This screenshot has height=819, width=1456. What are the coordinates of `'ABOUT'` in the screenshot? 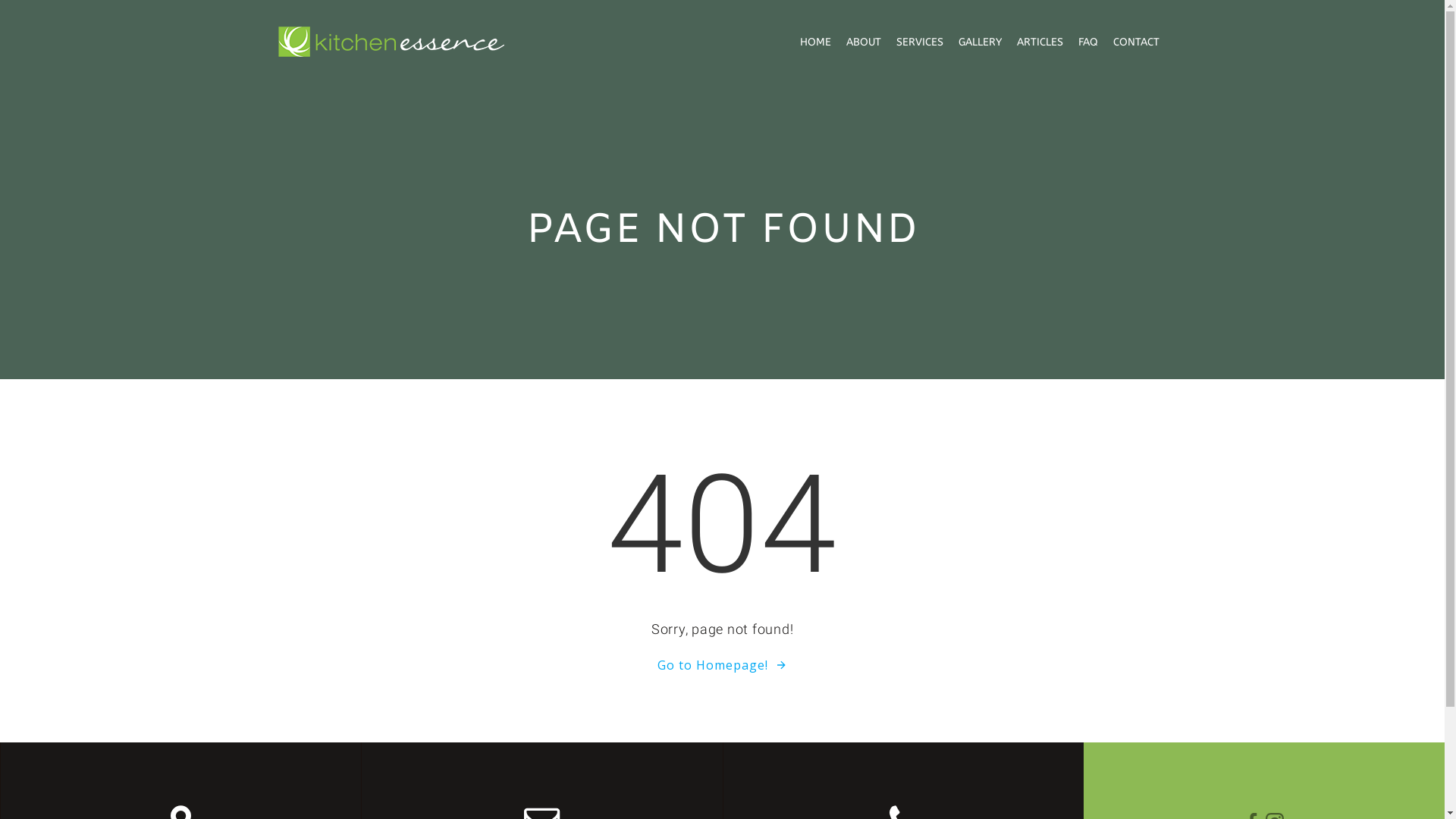 It's located at (863, 40).